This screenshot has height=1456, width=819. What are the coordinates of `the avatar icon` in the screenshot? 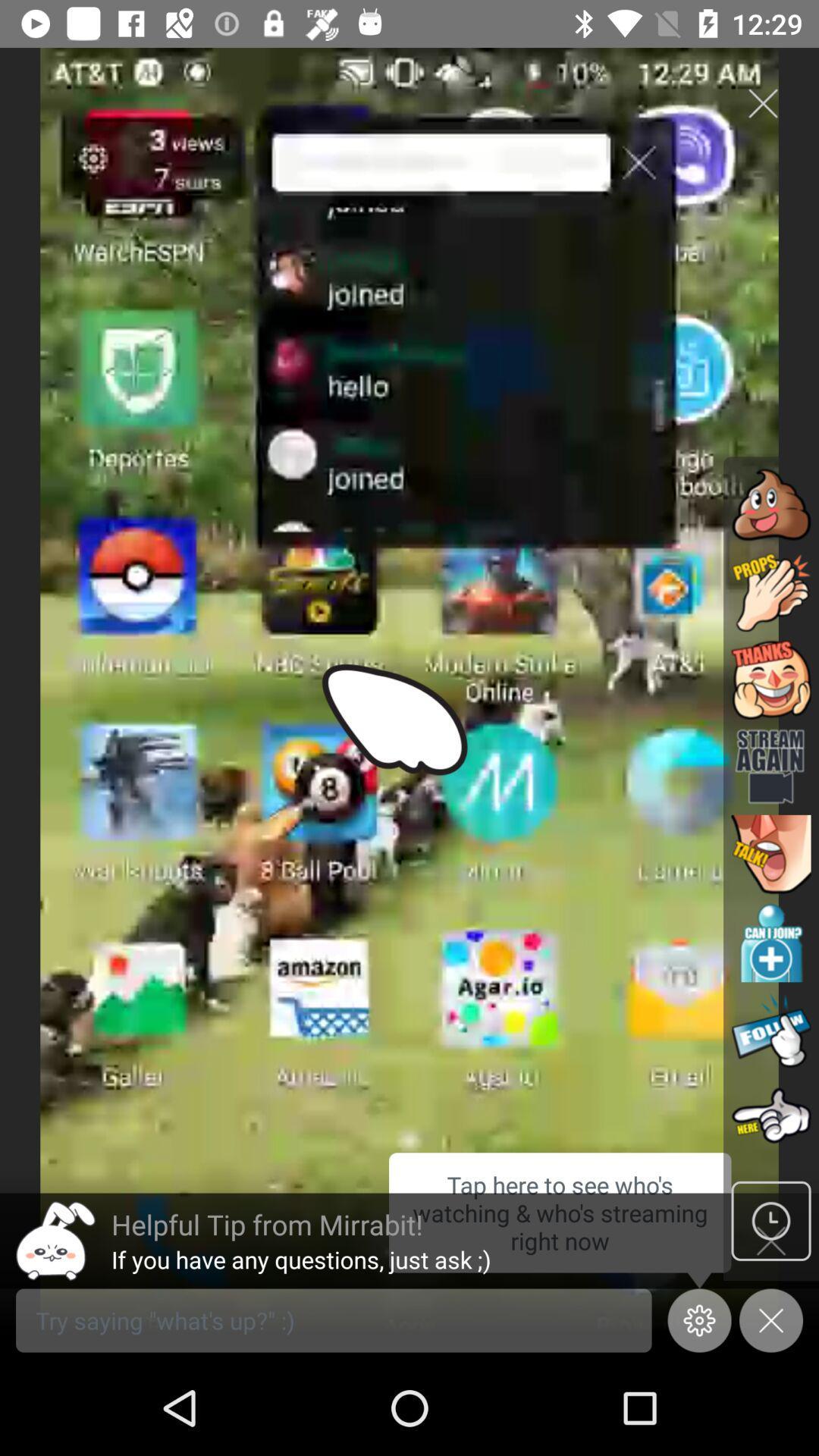 It's located at (771, 855).